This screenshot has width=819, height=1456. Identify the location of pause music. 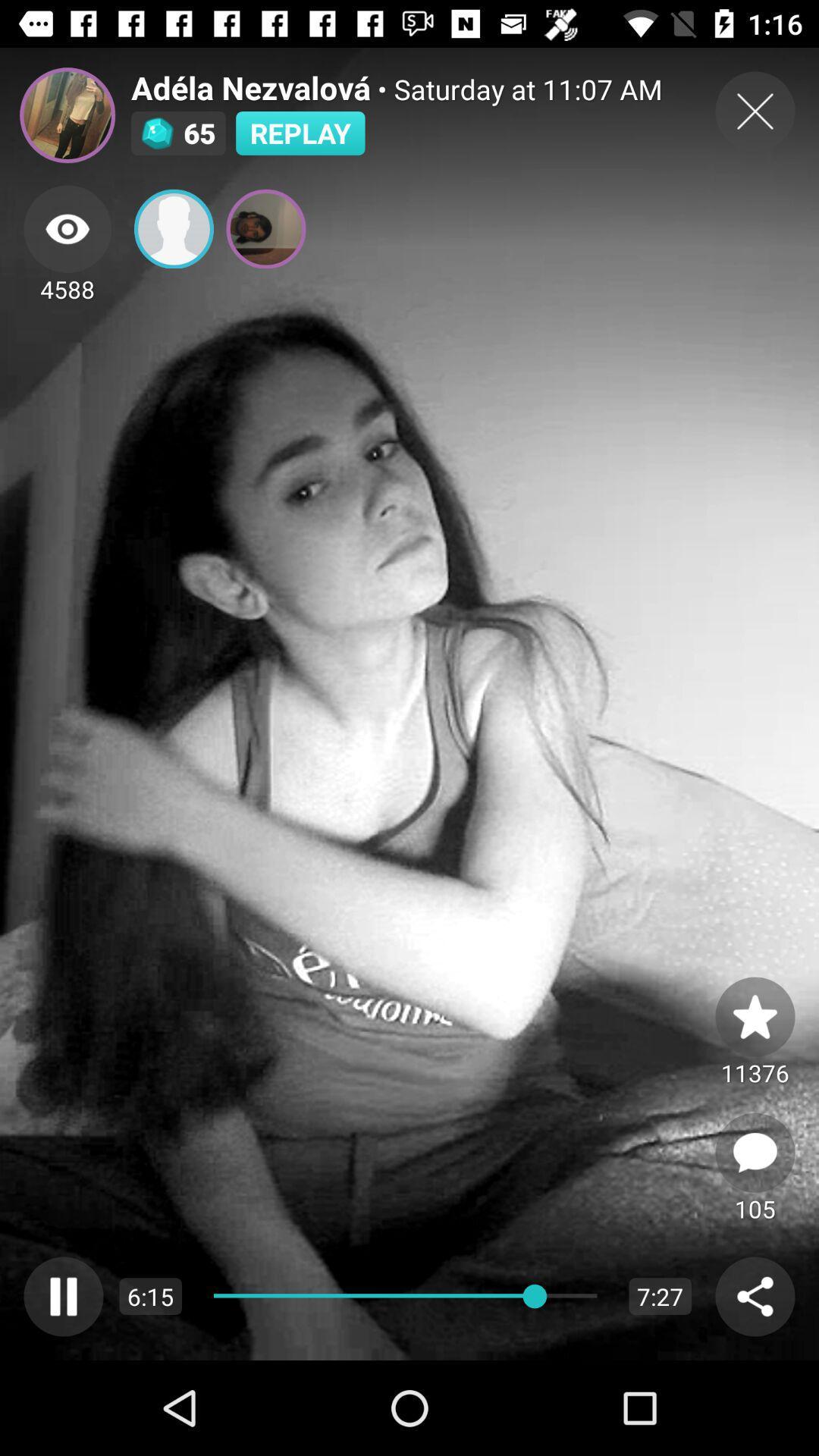
(63, 1295).